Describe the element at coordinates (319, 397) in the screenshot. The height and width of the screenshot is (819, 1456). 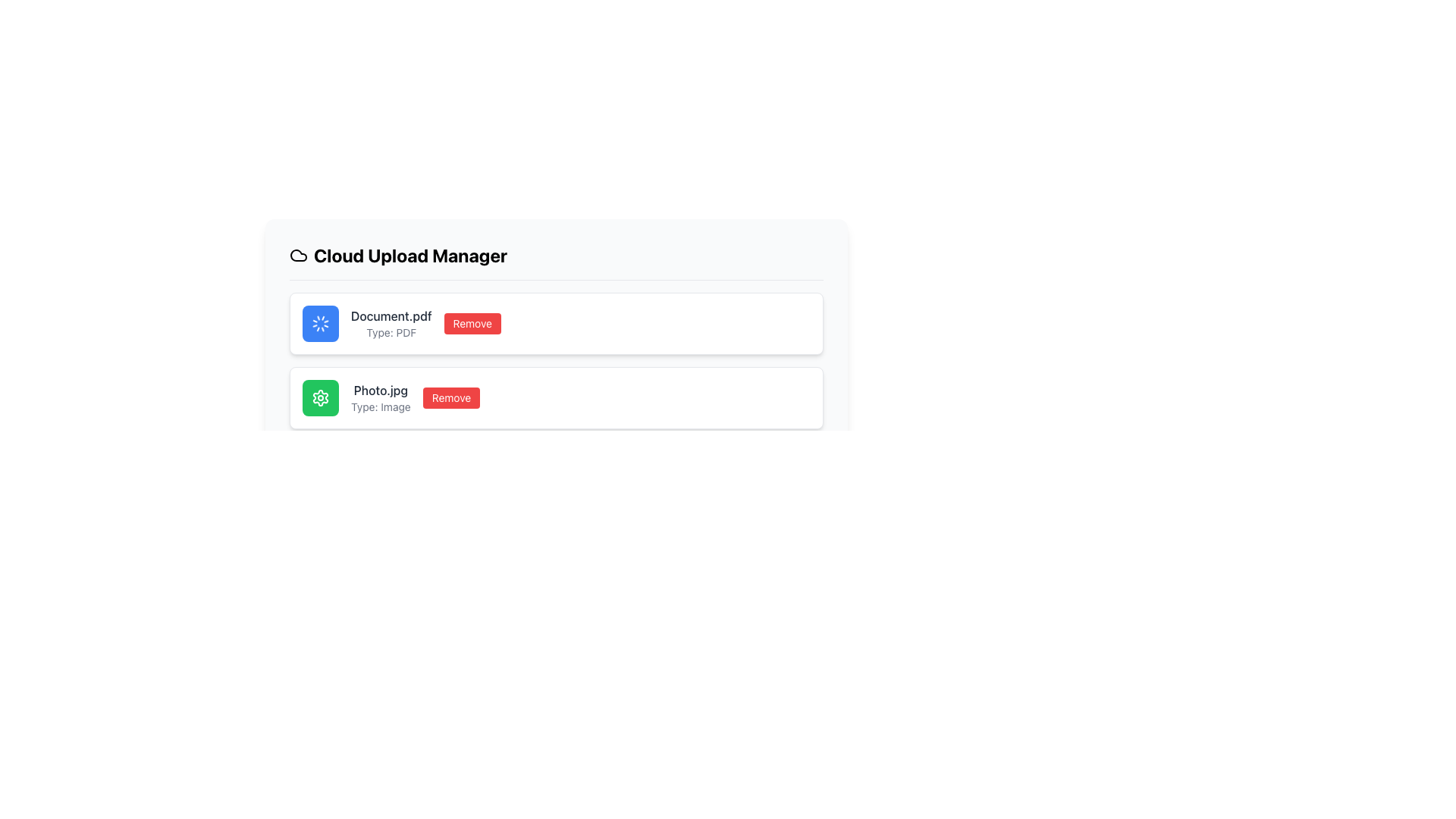
I see `the settings icon located to the left of 'Photo.jpg' in the uploaded files list, which signifies options related to the file` at that location.